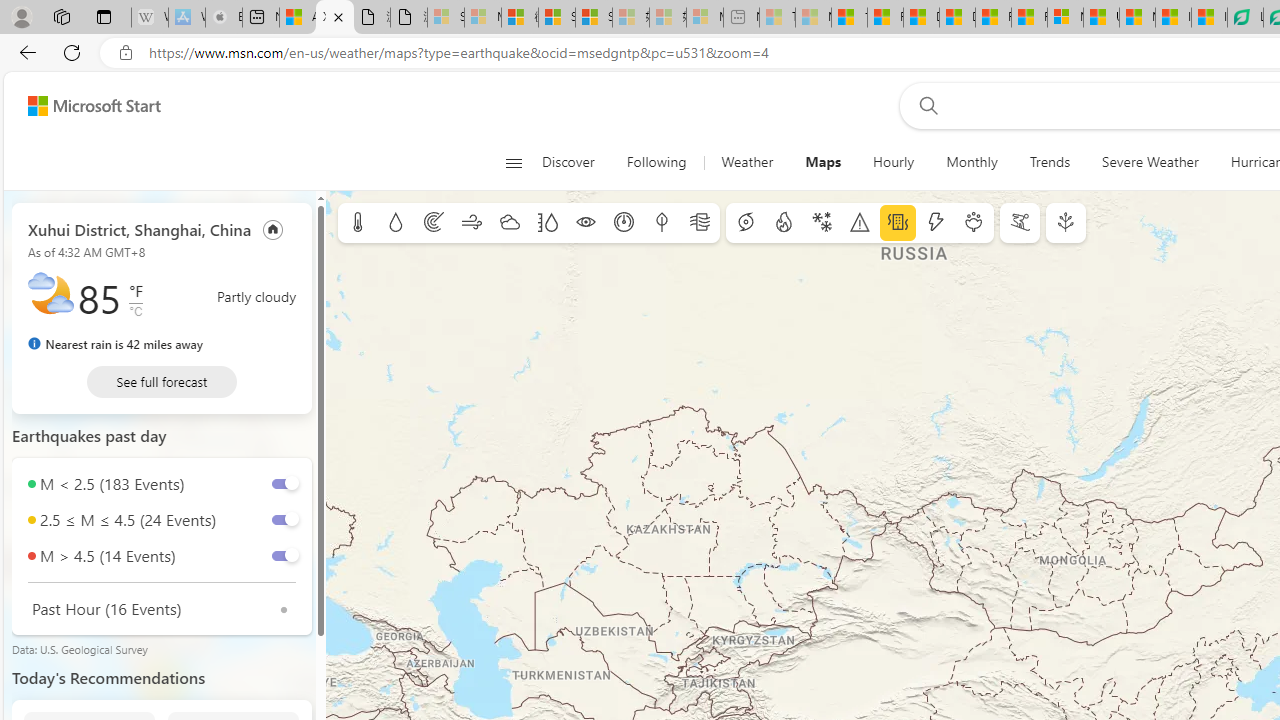 This screenshot has width=1280, height=720. I want to click on 'Maps', so click(823, 162).